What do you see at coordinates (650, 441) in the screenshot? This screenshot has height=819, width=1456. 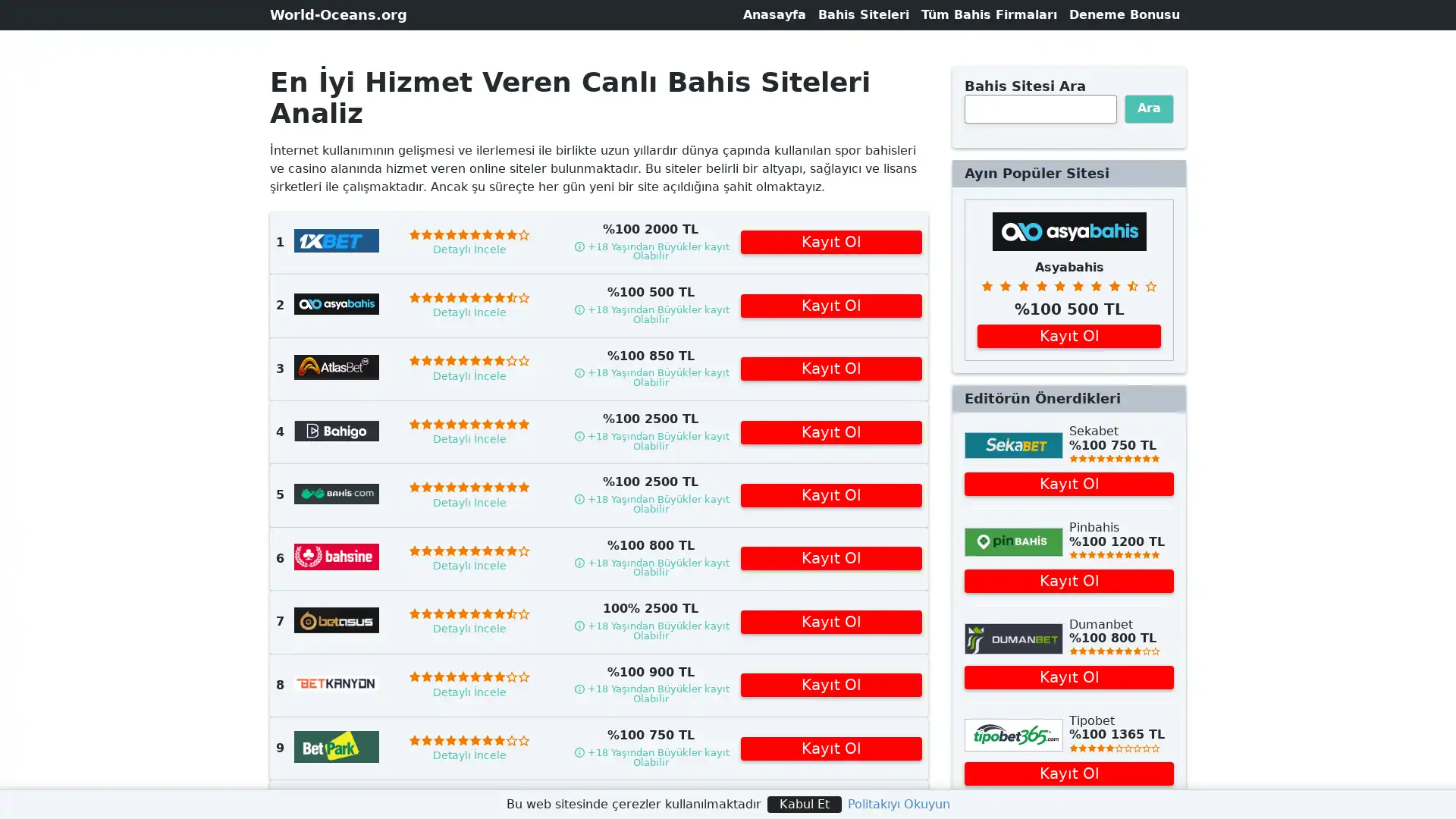 I see `Load terms and conditions` at bounding box center [650, 441].